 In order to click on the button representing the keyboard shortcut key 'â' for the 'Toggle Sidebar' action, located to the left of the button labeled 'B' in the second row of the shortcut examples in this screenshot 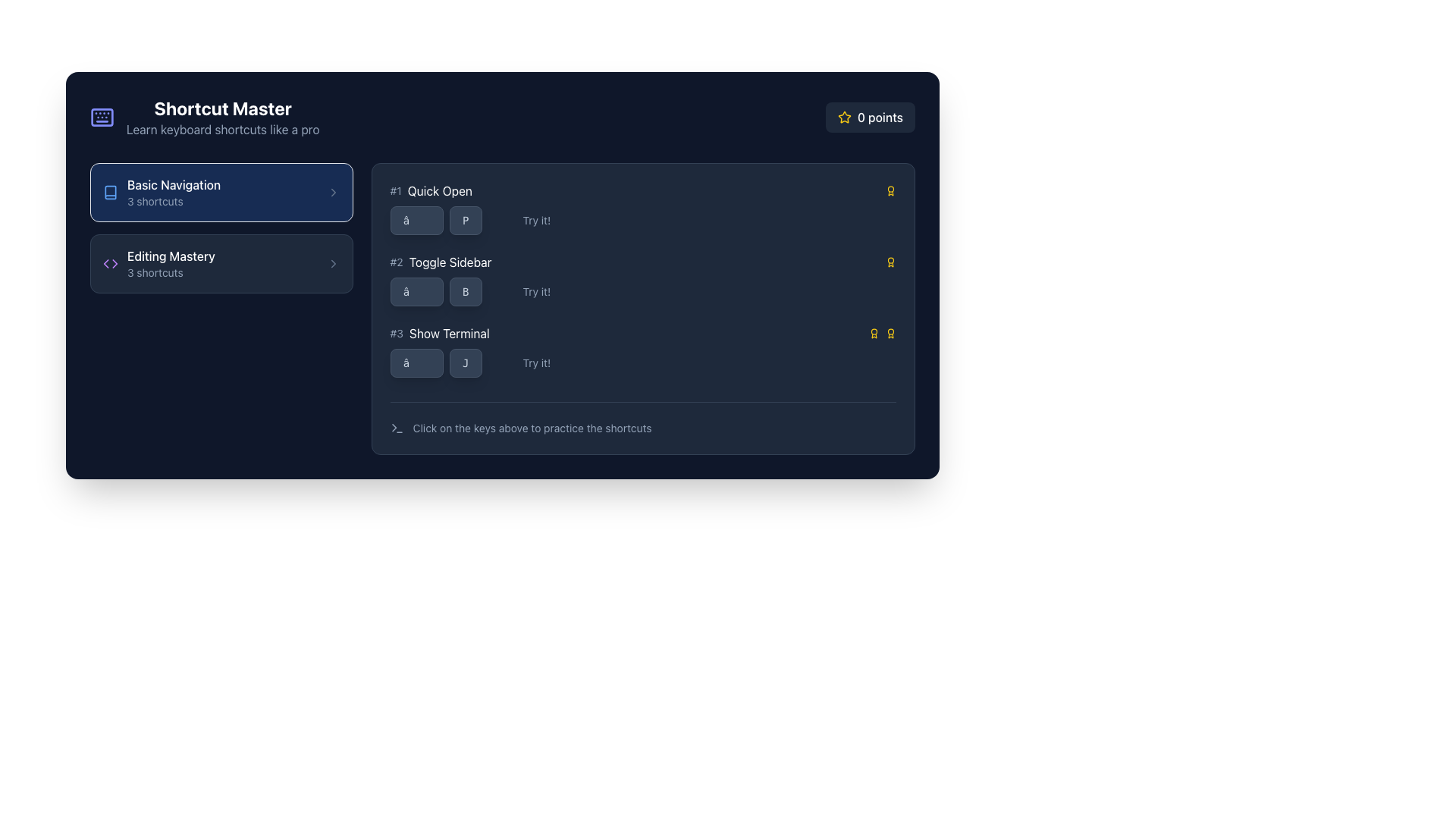, I will do `click(416, 292)`.